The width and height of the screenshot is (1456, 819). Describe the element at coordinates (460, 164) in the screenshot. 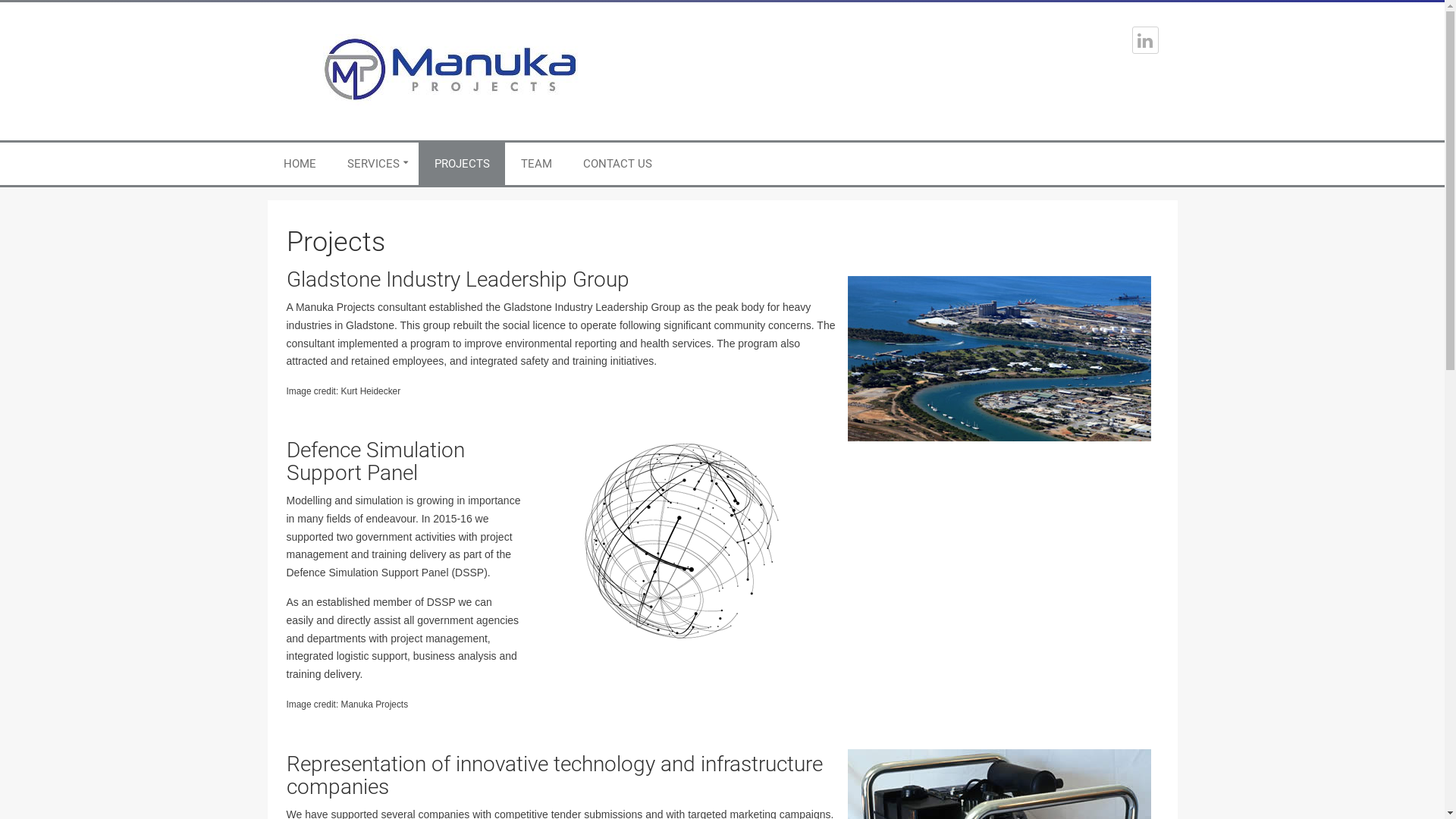

I see `'PROJECTS'` at that location.